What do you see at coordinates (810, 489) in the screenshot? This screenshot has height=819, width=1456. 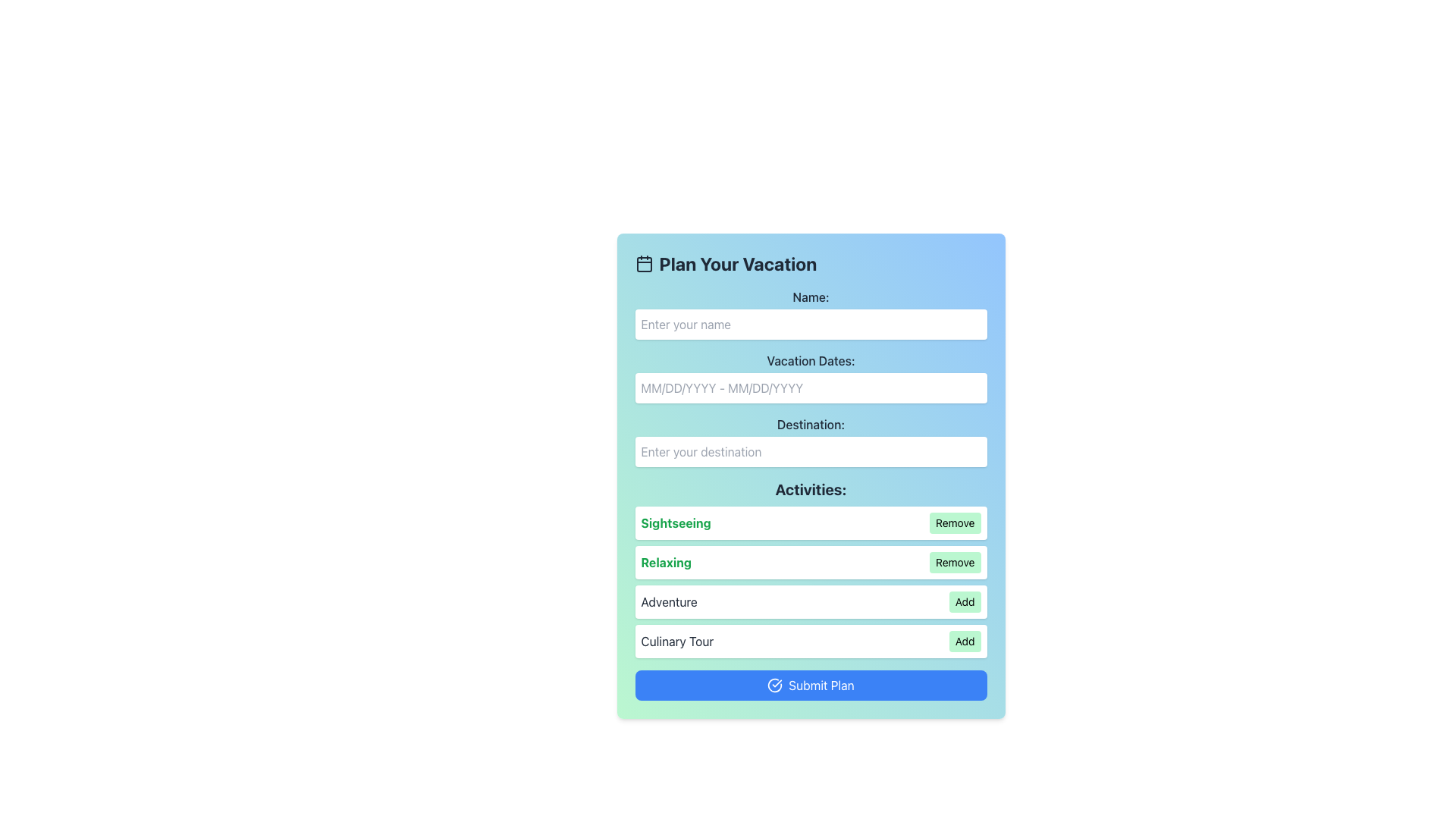 I see `the bold text label 'Activities:' which is positioned at the top of the activities section, directly below the 'Destination' input field` at bounding box center [810, 489].